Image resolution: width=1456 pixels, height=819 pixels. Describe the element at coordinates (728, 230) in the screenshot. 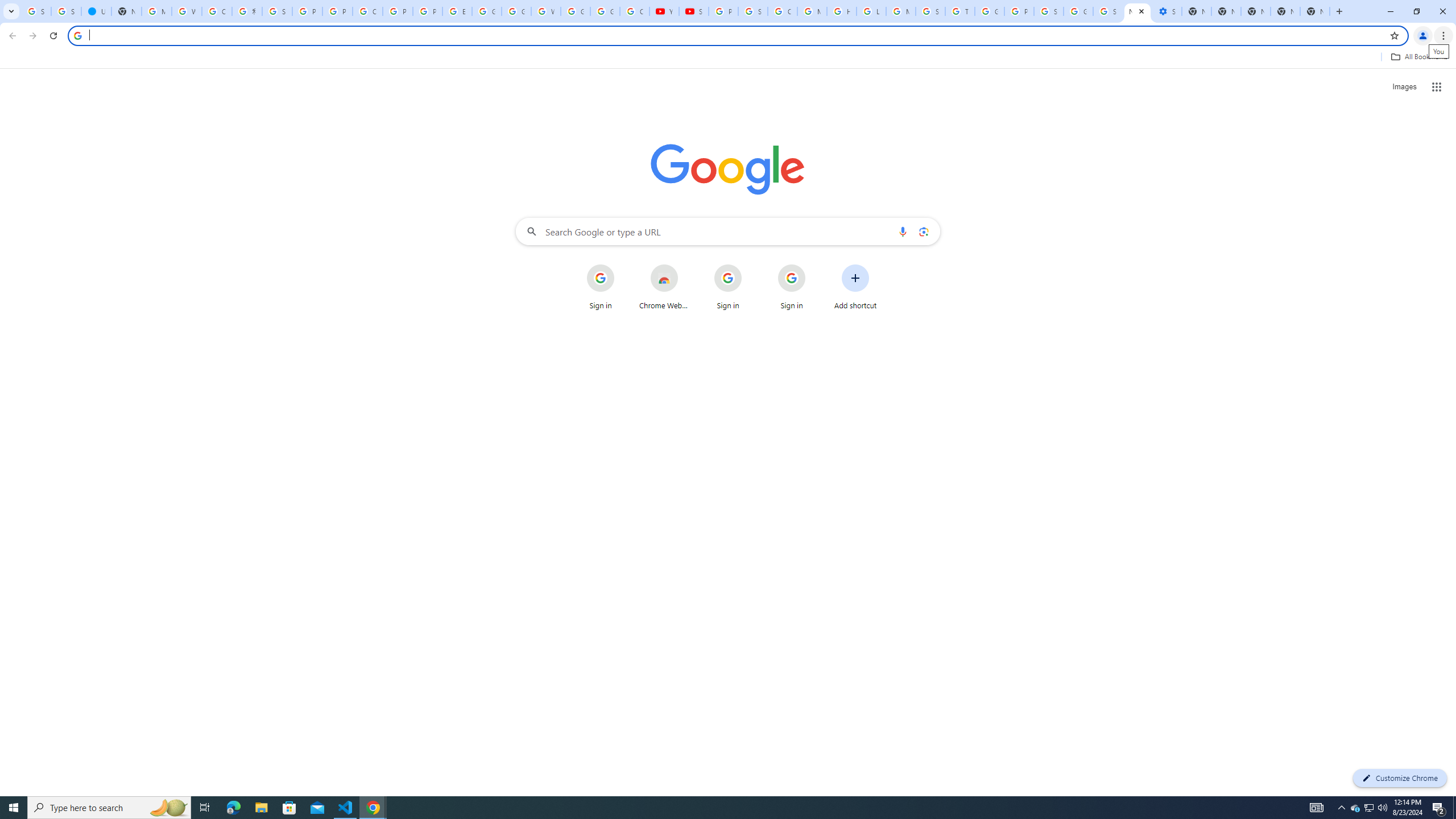

I see `'Search Google or type a URL'` at that location.